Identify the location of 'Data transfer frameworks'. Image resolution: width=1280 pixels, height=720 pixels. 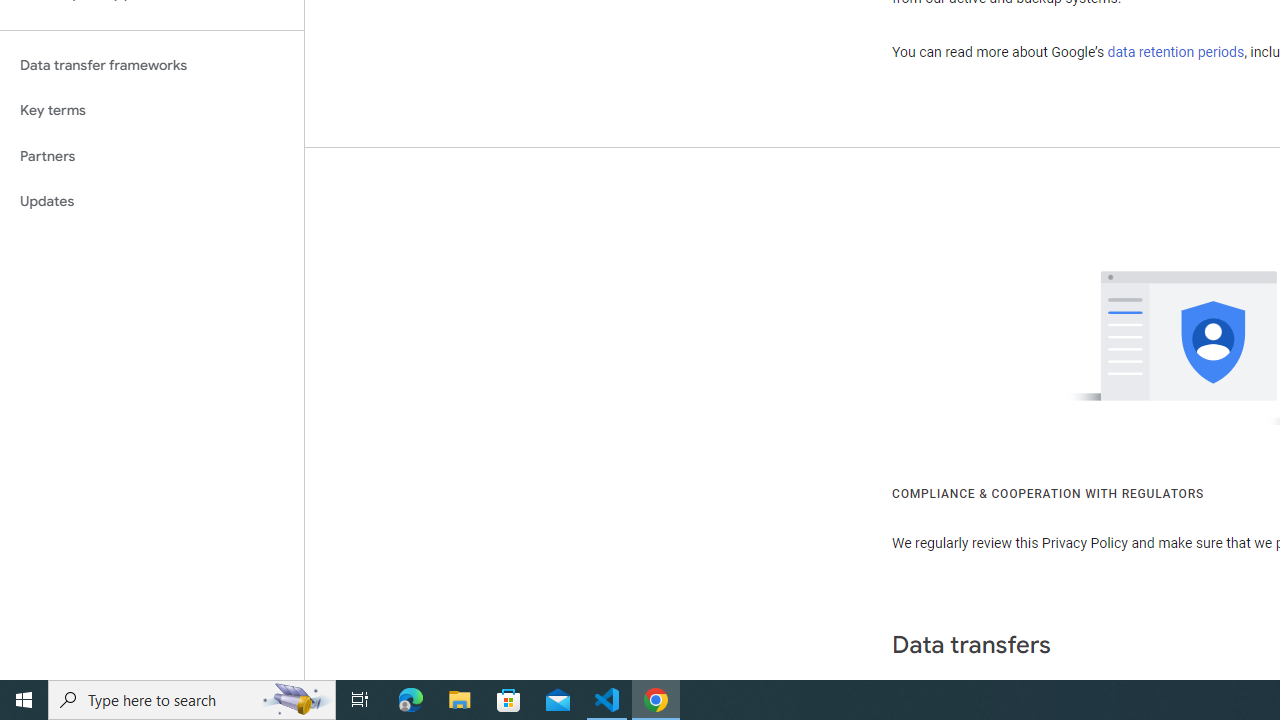
(151, 64).